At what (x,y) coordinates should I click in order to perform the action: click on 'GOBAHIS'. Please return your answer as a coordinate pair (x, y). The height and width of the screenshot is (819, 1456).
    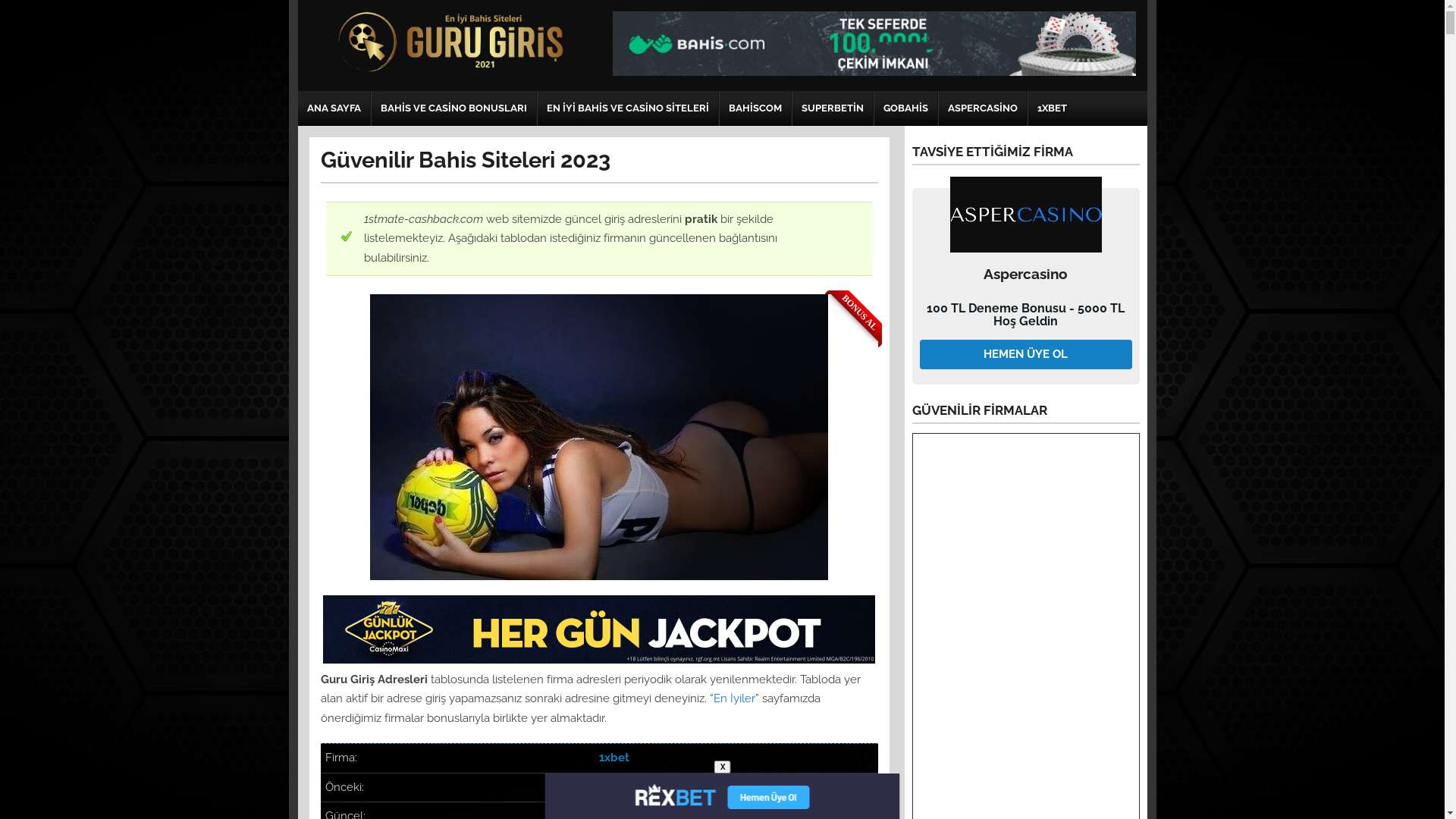
    Looking at the image, I should click on (905, 107).